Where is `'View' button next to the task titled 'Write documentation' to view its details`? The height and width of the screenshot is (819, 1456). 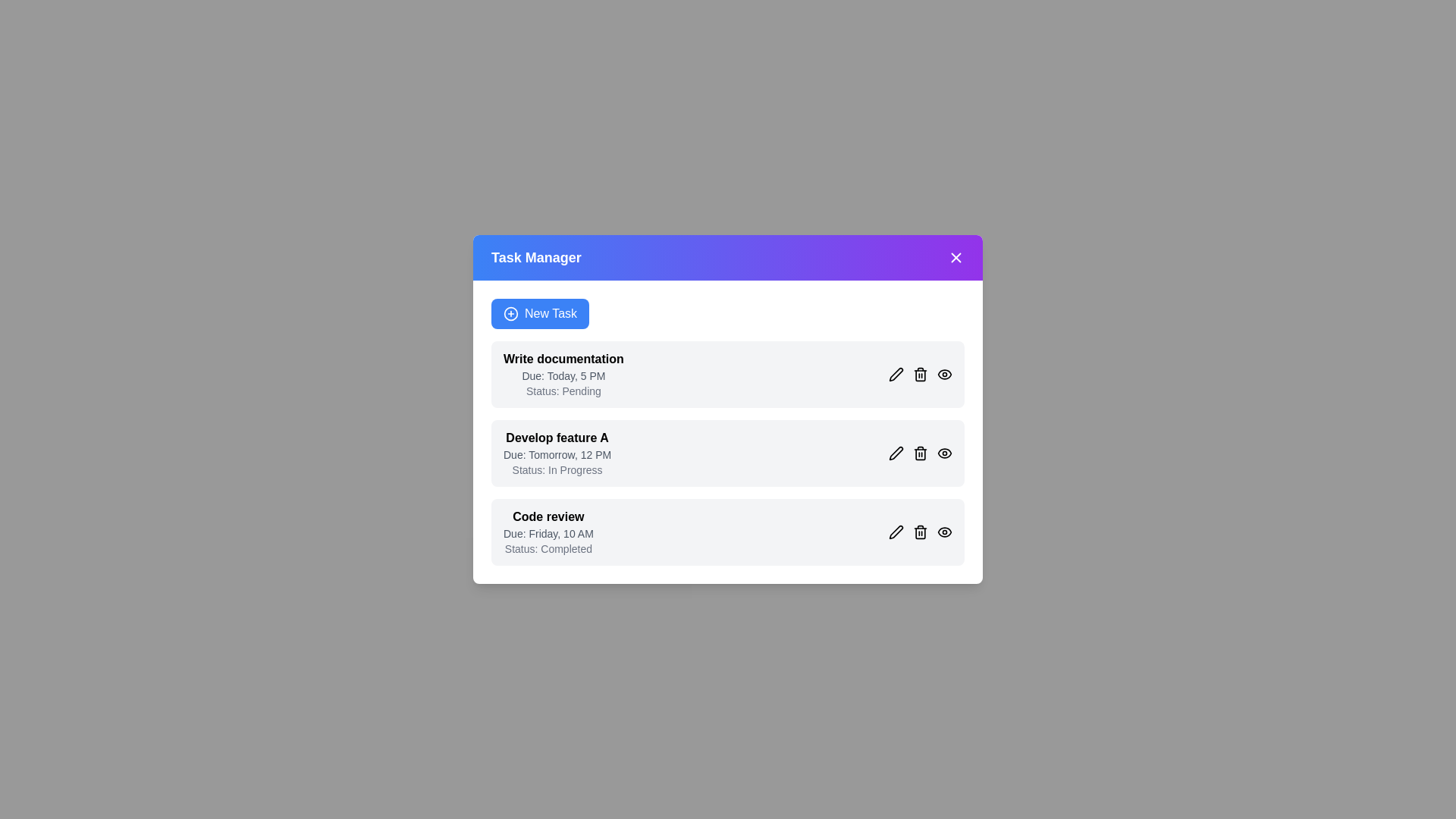 'View' button next to the task titled 'Write documentation' to view its details is located at coordinates (944, 374).